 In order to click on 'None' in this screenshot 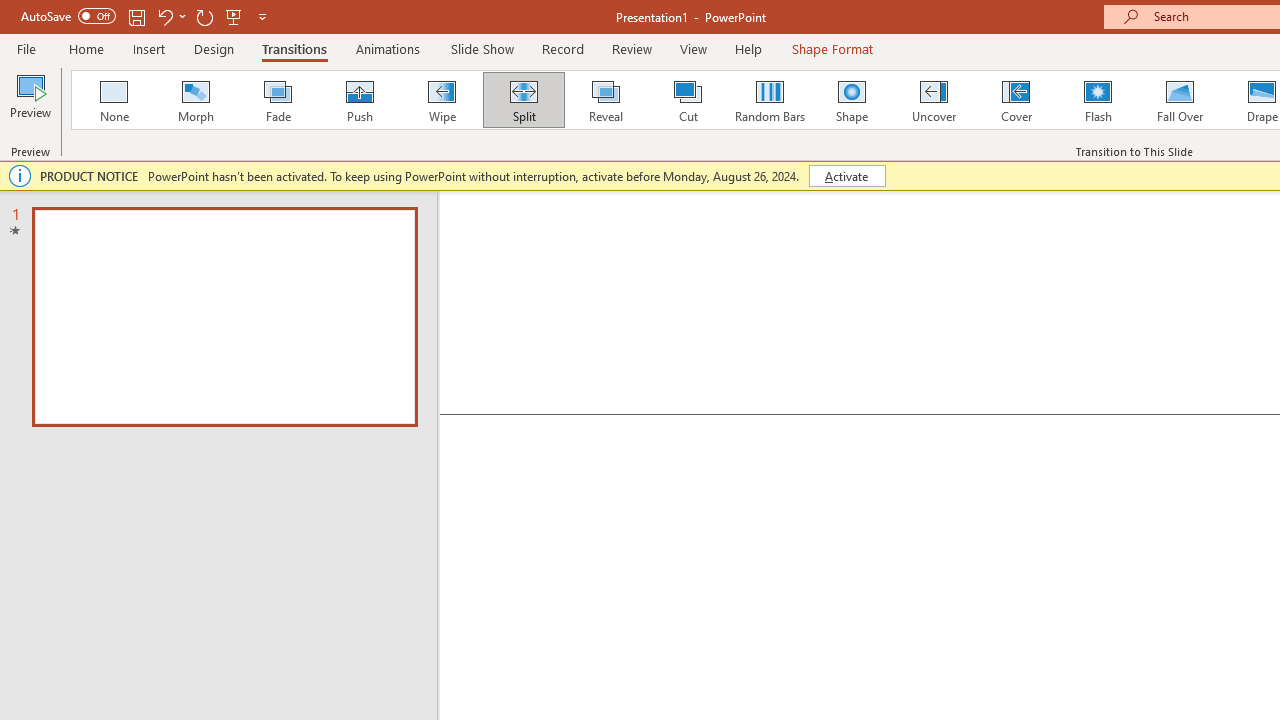, I will do `click(112, 100)`.